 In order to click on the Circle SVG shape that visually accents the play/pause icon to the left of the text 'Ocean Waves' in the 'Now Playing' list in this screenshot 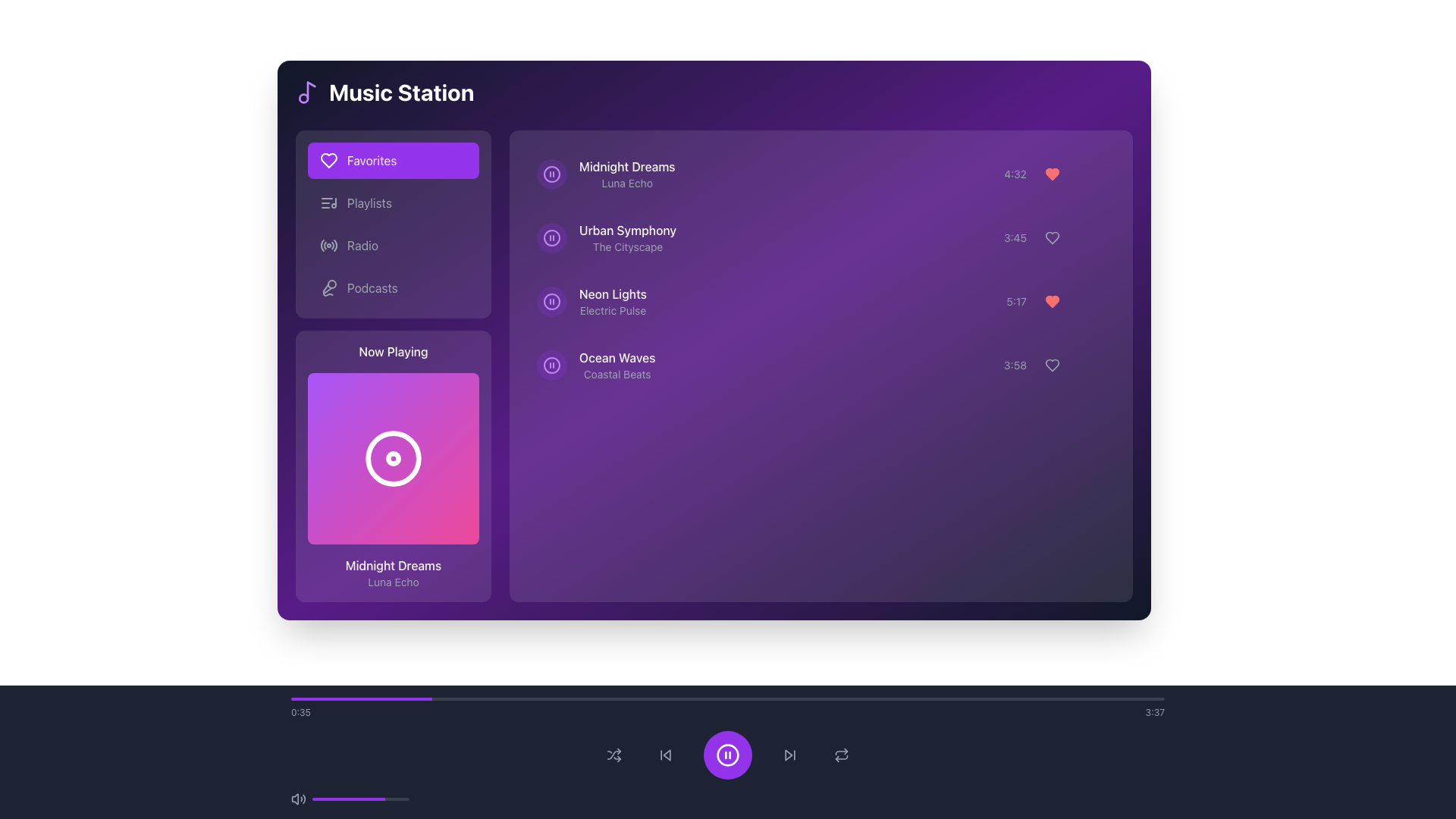, I will do `click(551, 366)`.